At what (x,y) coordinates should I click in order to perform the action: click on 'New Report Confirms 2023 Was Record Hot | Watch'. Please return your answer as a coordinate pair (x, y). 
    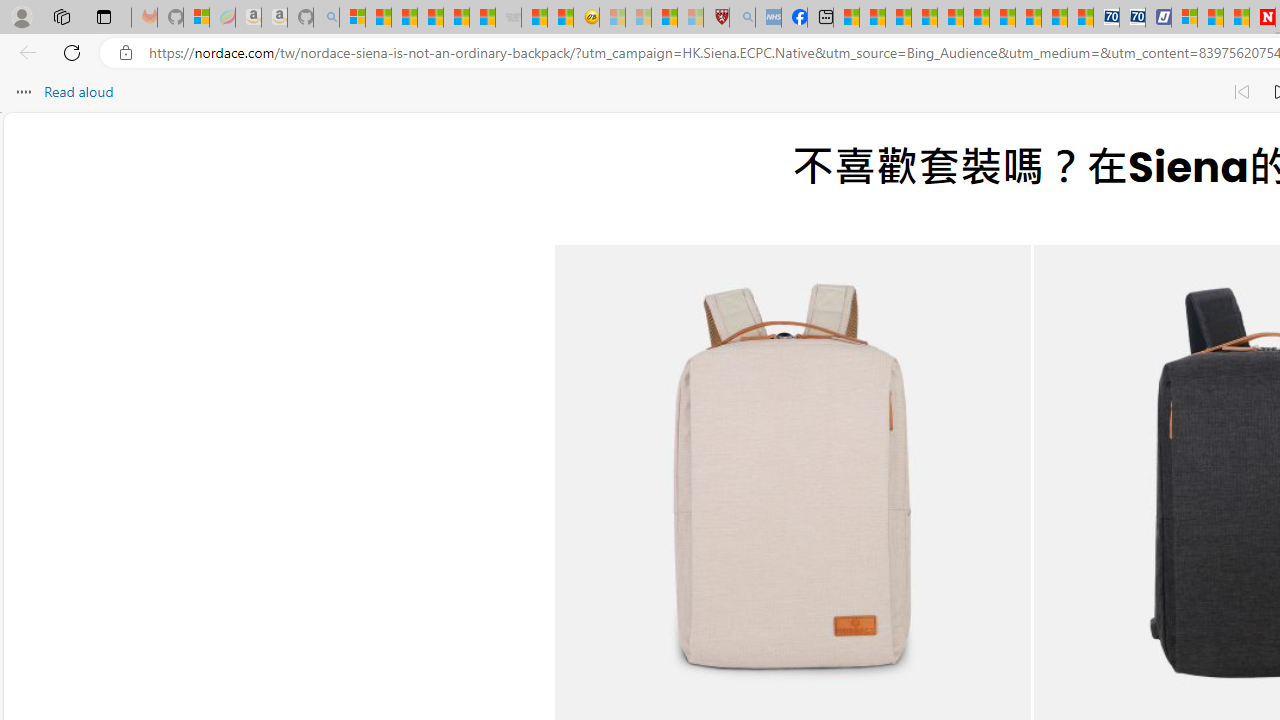
    Looking at the image, I should click on (455, 17).